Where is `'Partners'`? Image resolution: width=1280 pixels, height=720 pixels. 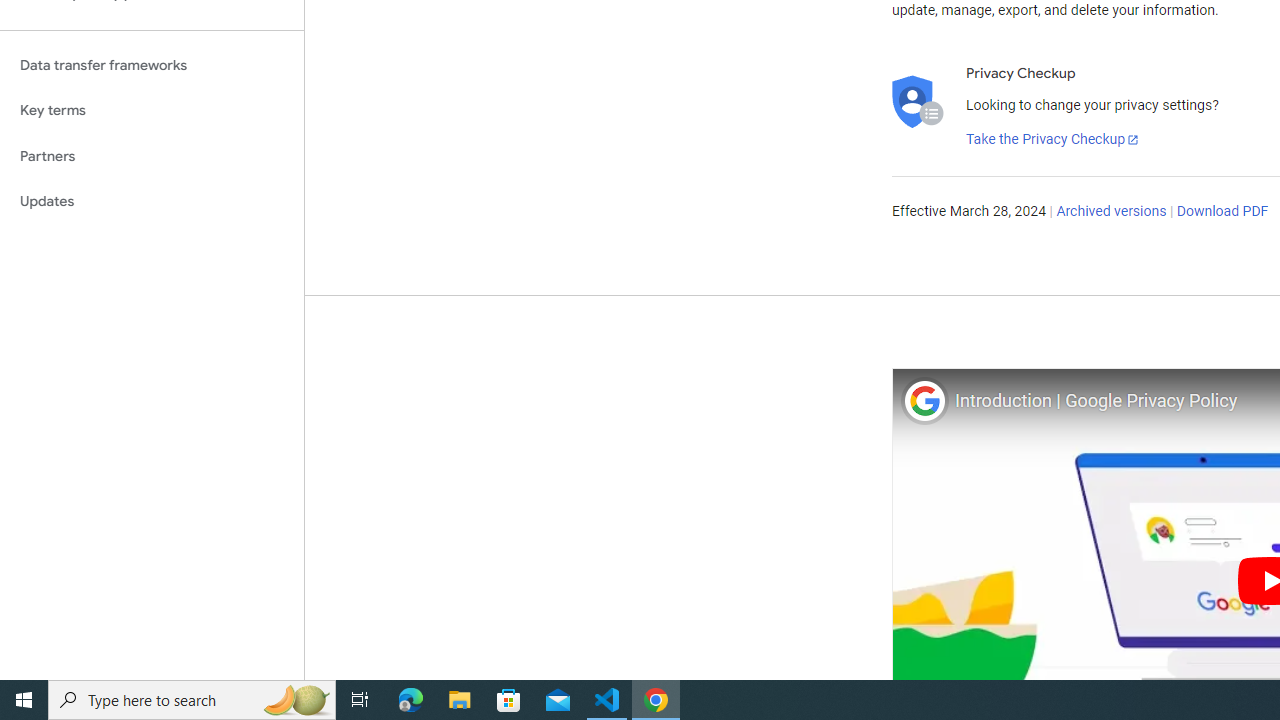 'Partners' is located at coordinates (151, 155).